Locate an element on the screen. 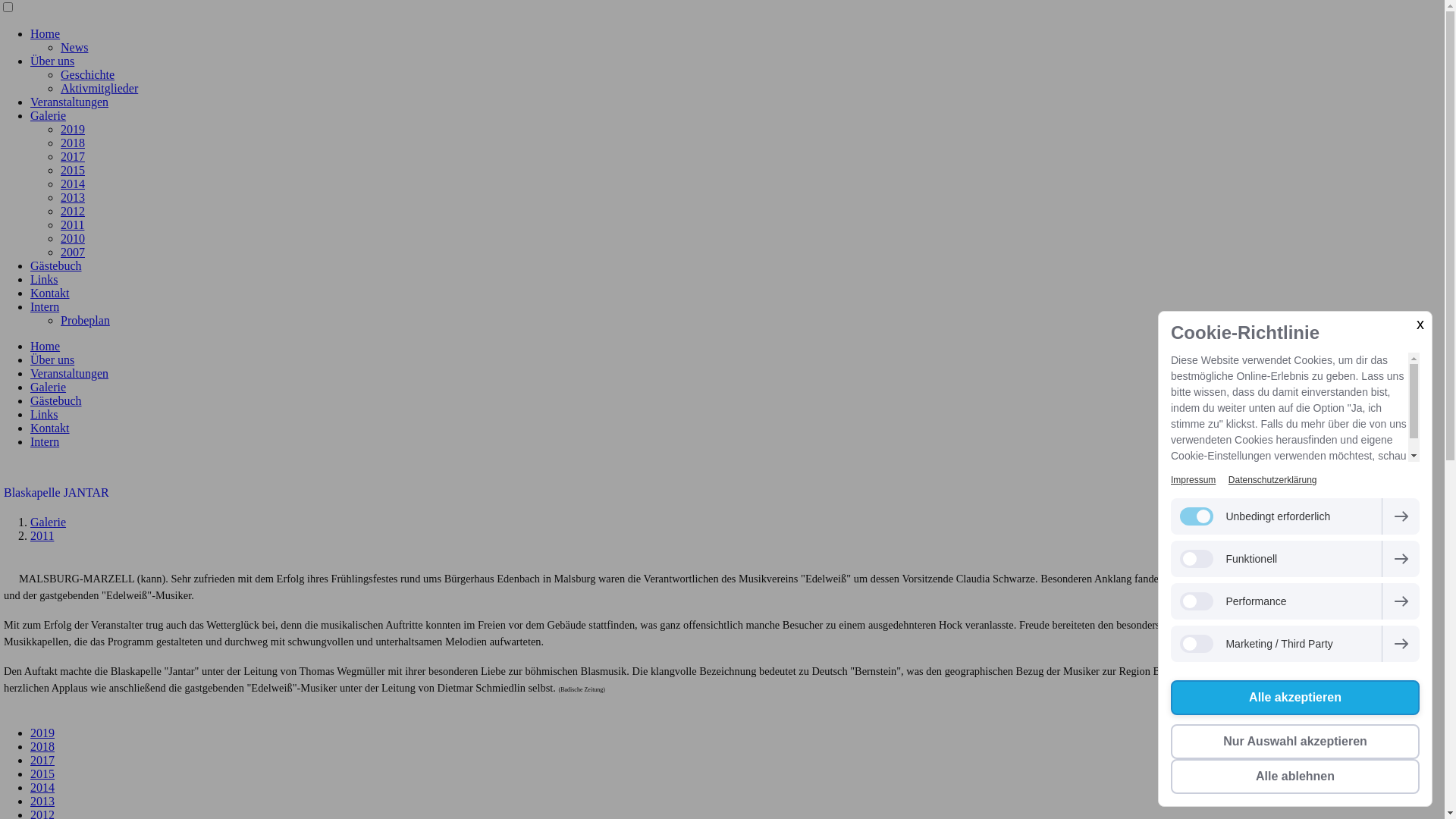 Image resolution: width=1456 pixels, height=819 pixels. '2017' is located at coordinates (42, 760).